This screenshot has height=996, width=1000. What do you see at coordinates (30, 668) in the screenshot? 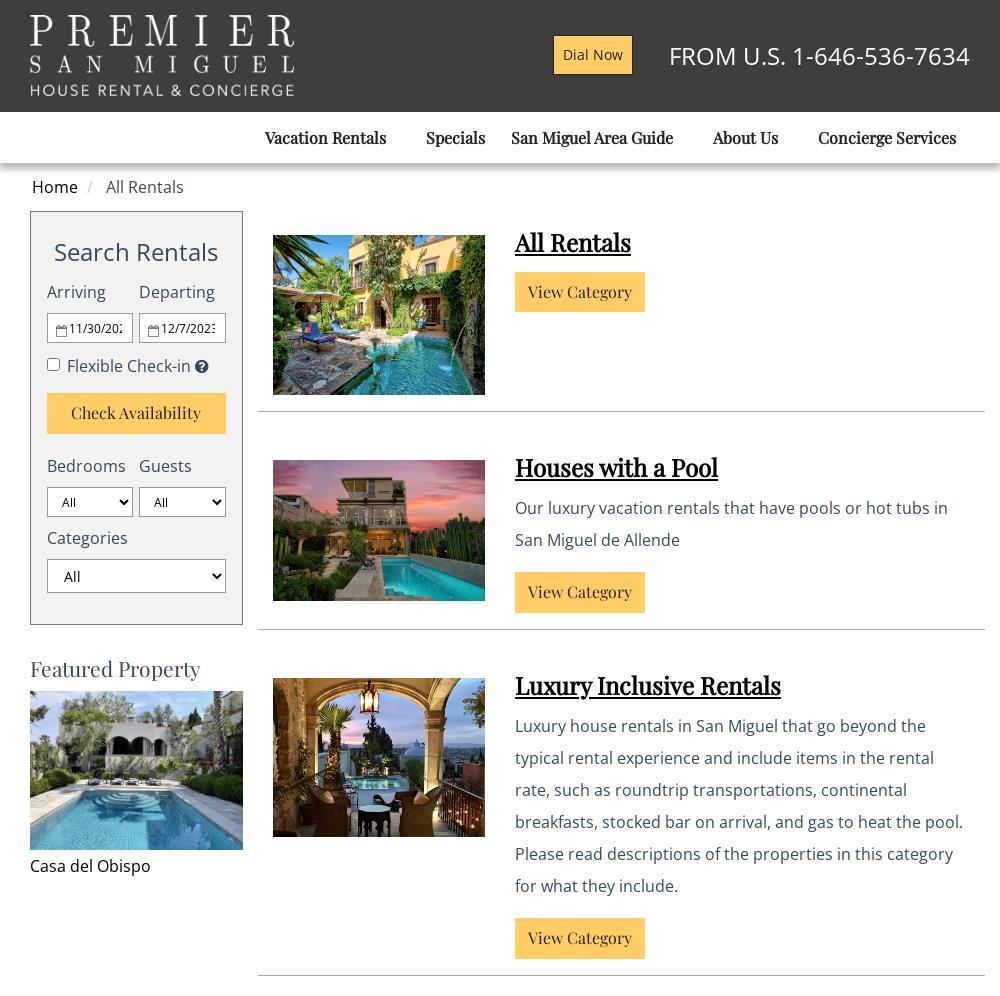
I see `'Featured Property'` at bounding box center [30, 668].